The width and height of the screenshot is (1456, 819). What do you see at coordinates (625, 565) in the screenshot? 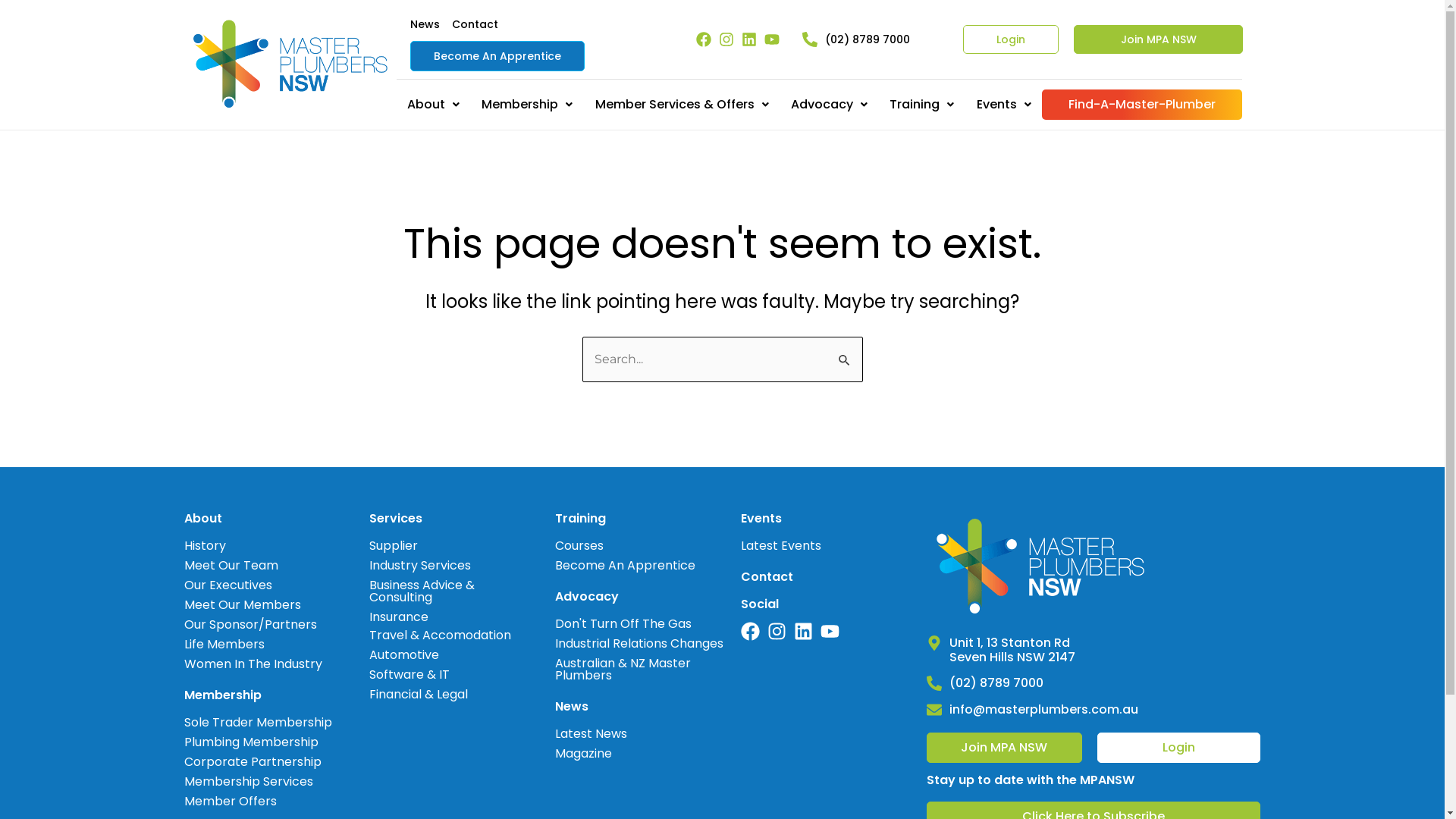
I see `'Become An Apprentice'` at bounding box center [625, 565].